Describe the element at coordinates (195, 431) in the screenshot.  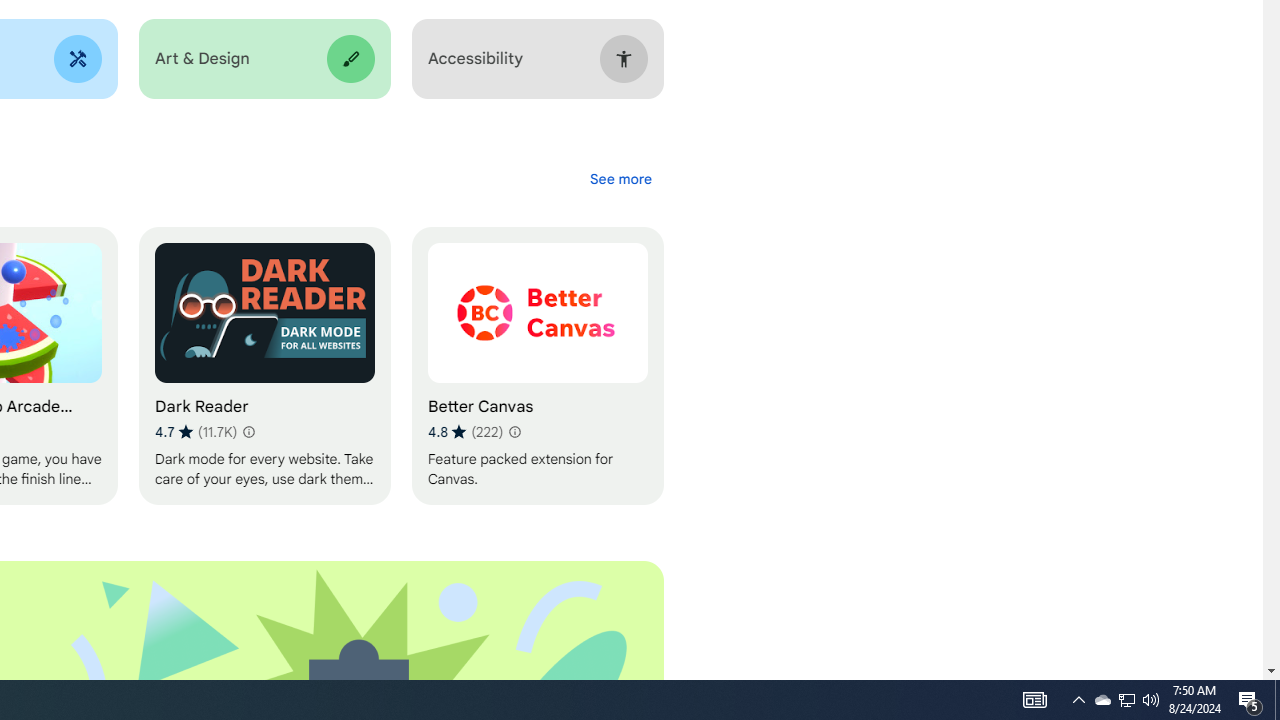
I see `'Average rating 4.7 out of 5 stars. 11.7K ratings.'` at that location.